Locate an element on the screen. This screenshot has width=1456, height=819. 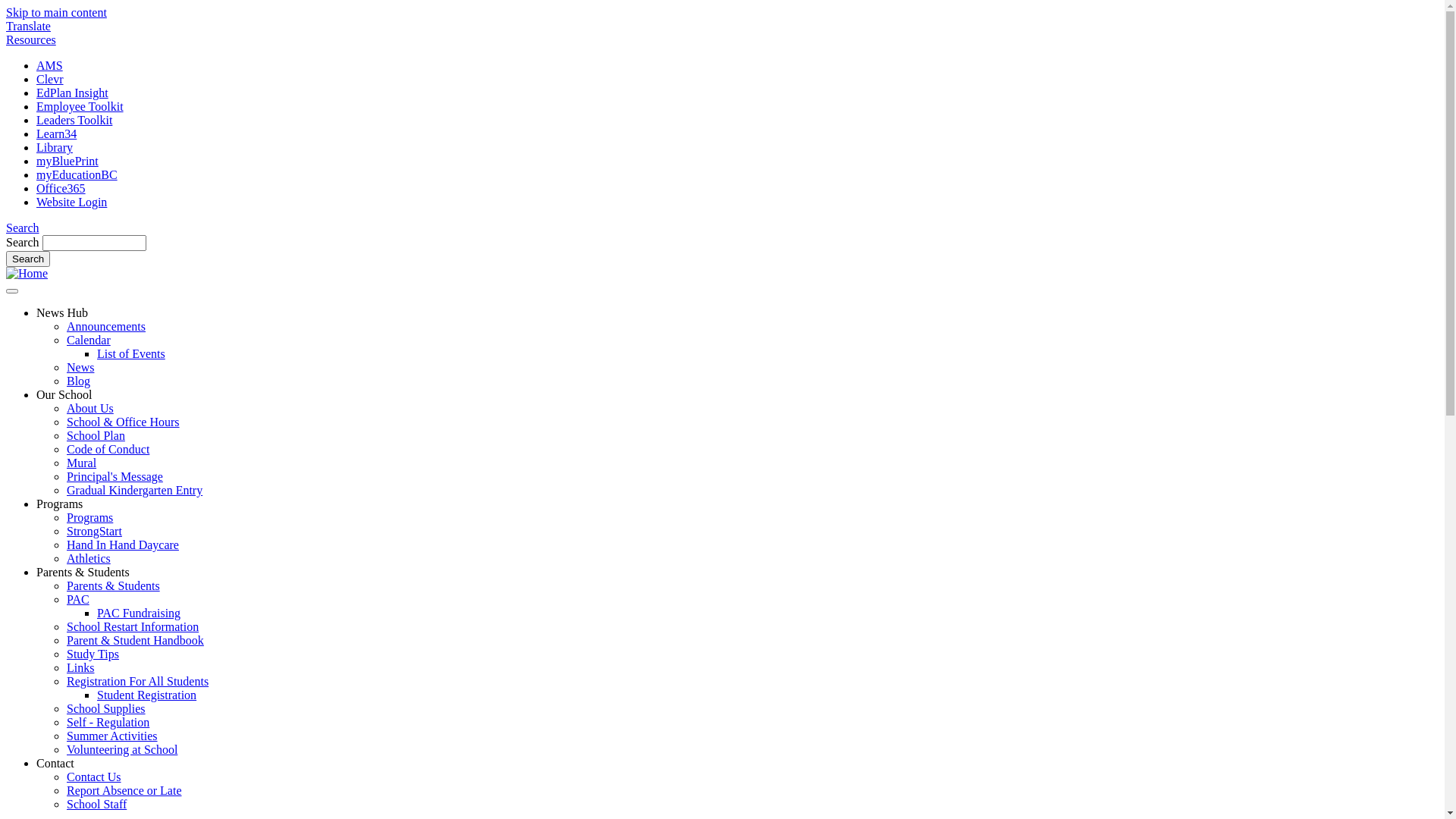
'Office365' is located at coordinates (61, 187).